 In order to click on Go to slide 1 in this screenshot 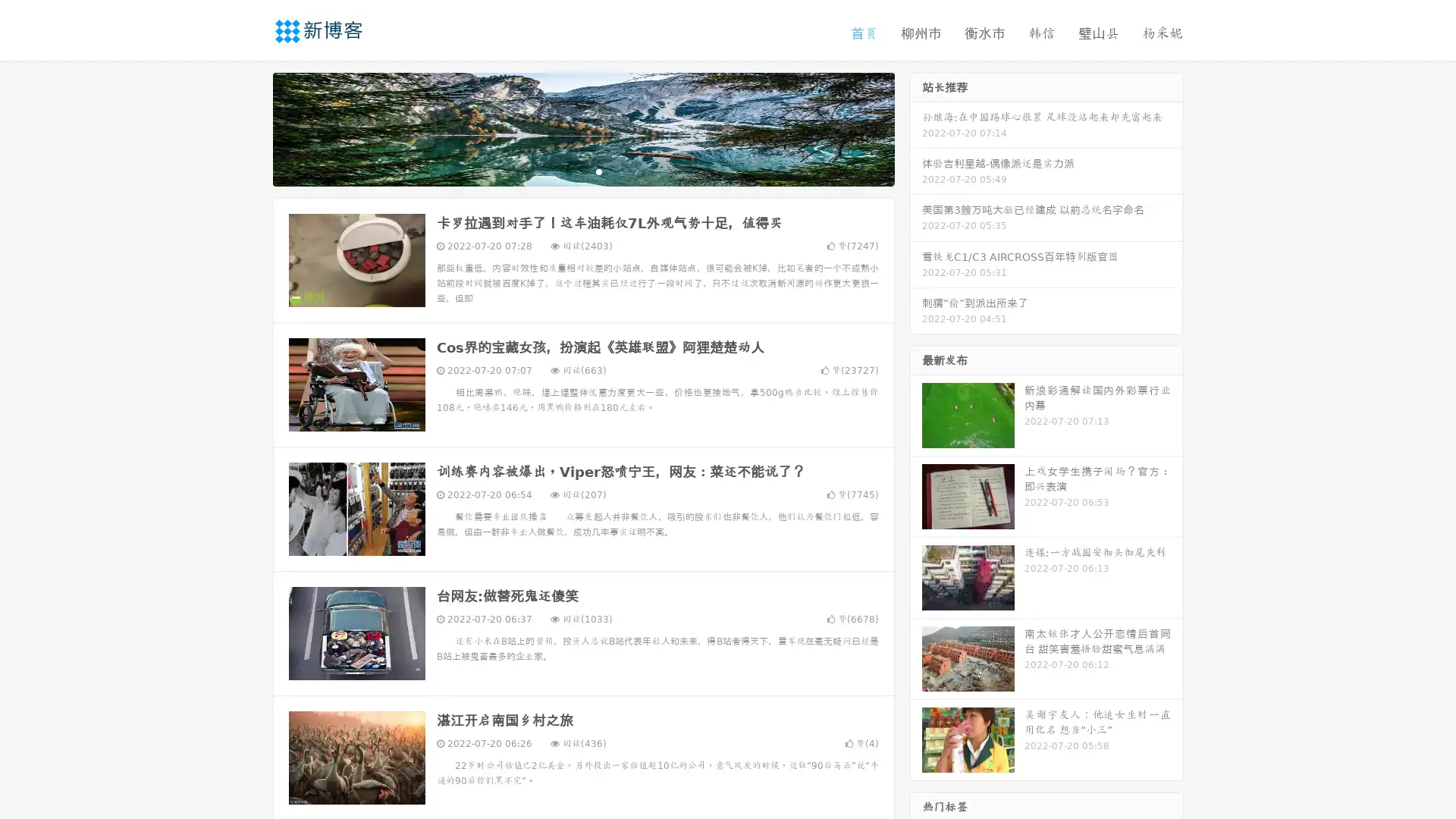, I will do `click(567, 171)`.